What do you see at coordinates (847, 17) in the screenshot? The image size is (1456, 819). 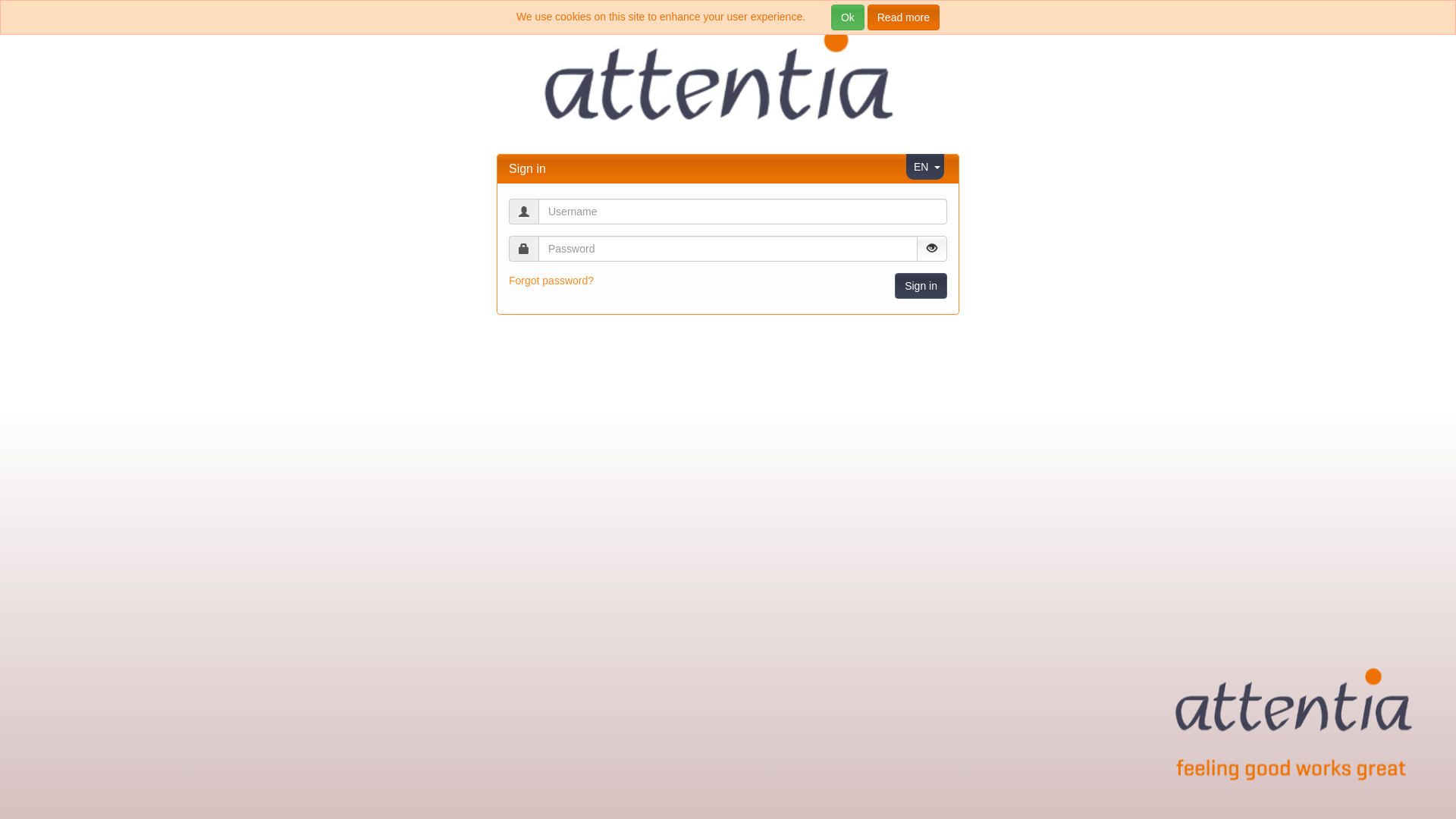 I see `'Ok'` at bounding box center [847, 17].